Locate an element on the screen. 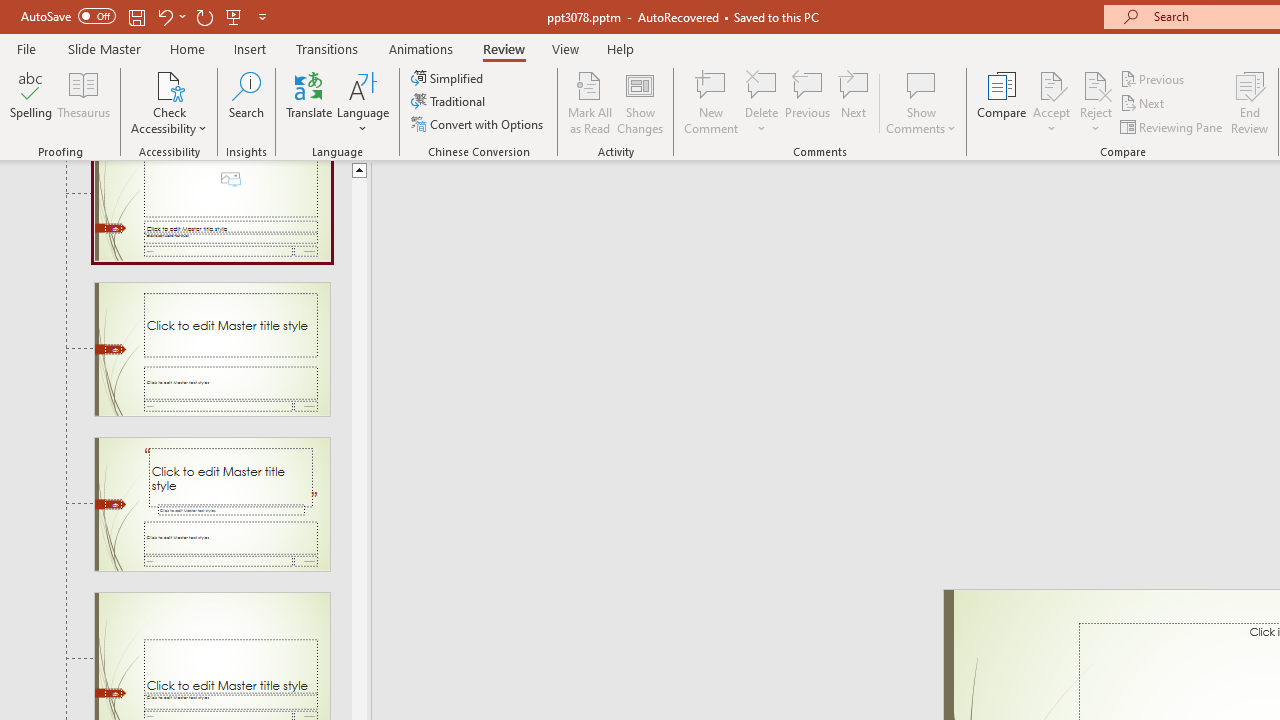 This screenshot has height=720, width=1280. 'Reviewing Pane' is located at coordinates (1173, 127).